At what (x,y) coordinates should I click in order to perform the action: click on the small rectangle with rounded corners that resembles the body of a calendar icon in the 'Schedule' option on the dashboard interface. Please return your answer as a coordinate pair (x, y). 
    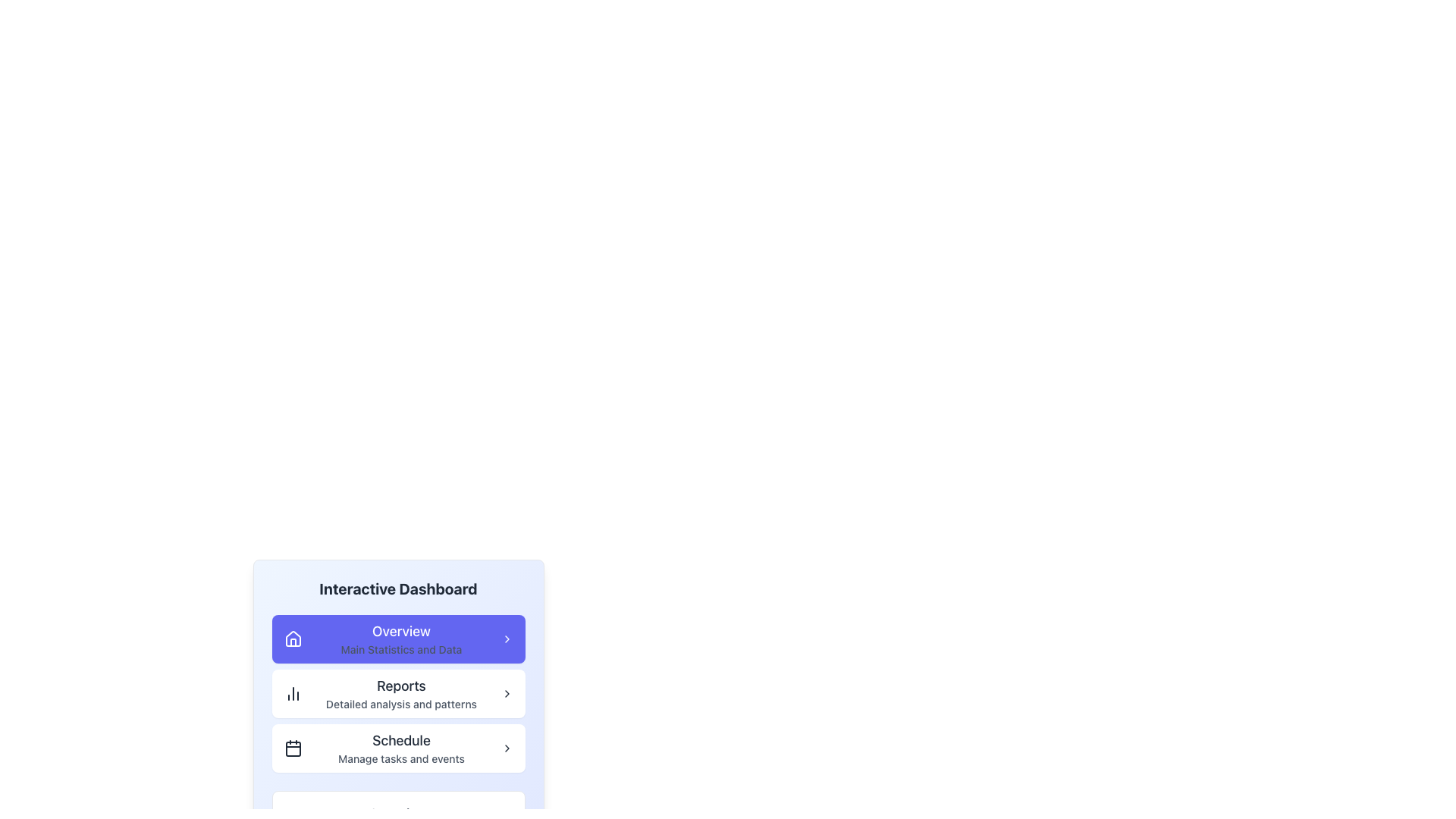
    Looking at the image, I should click on (293, 748).